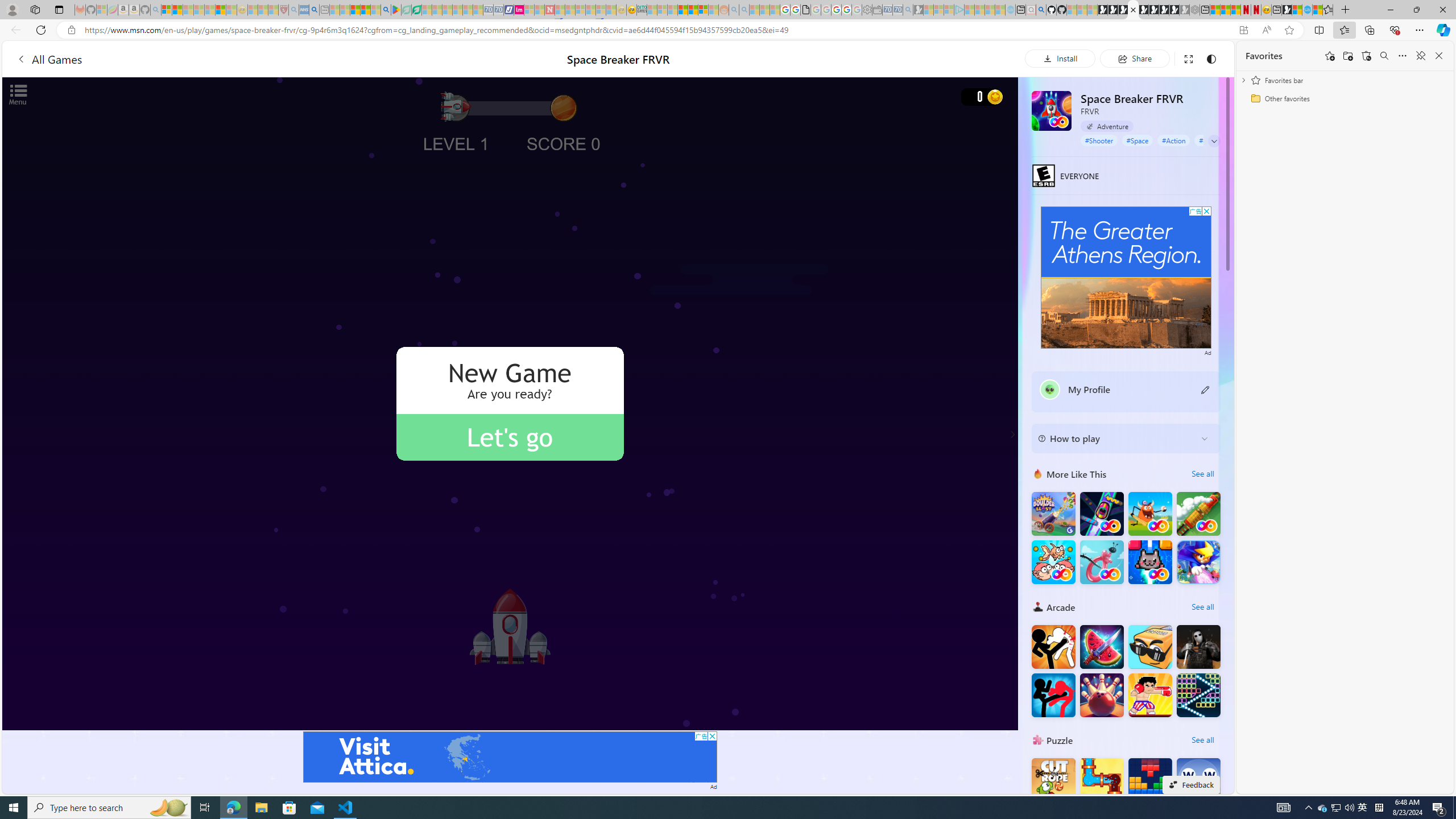 The height and width of the screenshot is (819, 1456). Describe the element at coordinates (1106, 126) in the screenshot. I see `'Adventure'` at that location.